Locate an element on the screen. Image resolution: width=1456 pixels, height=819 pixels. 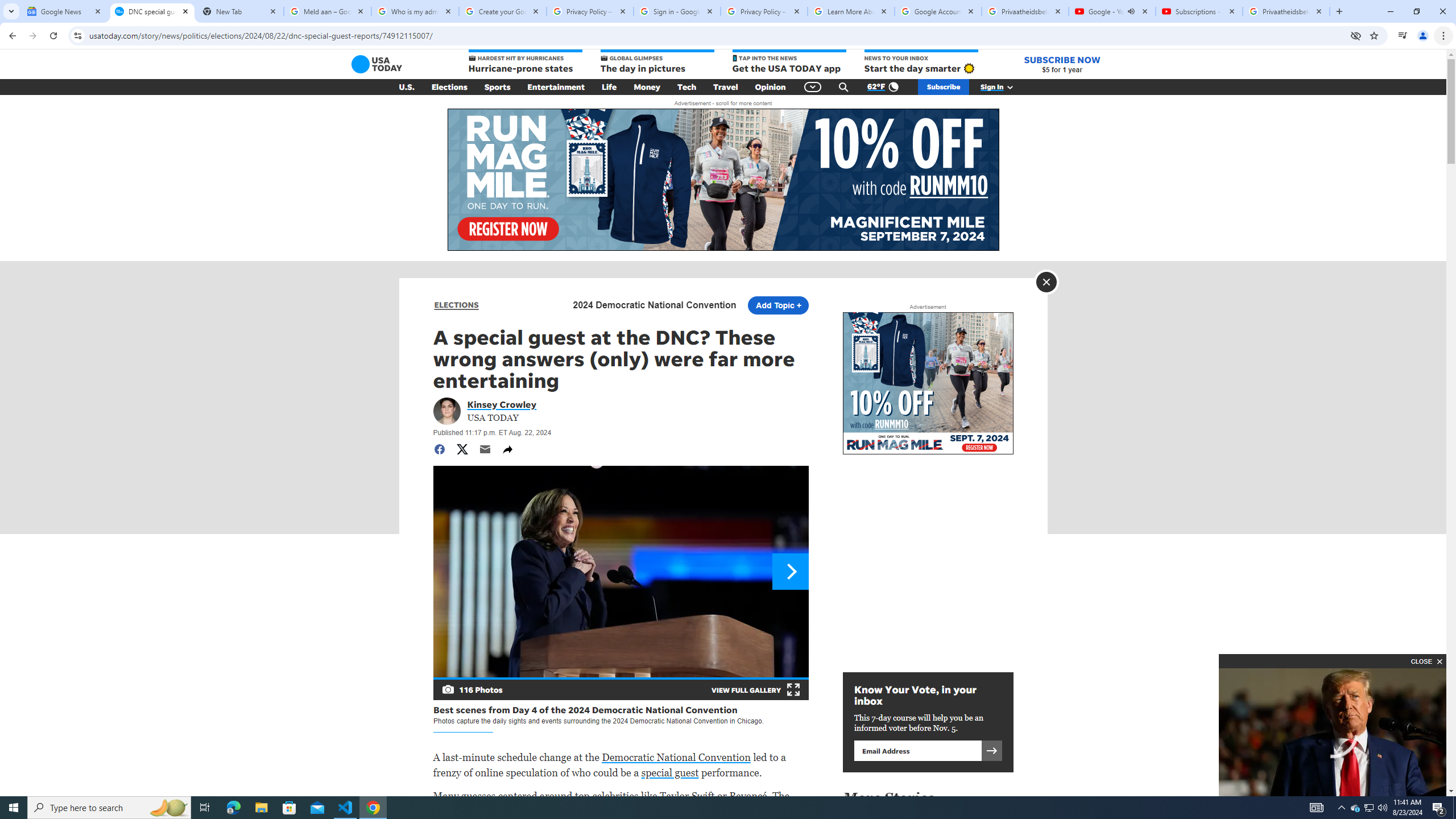
'View site information' is located at coordinates (77, 35).